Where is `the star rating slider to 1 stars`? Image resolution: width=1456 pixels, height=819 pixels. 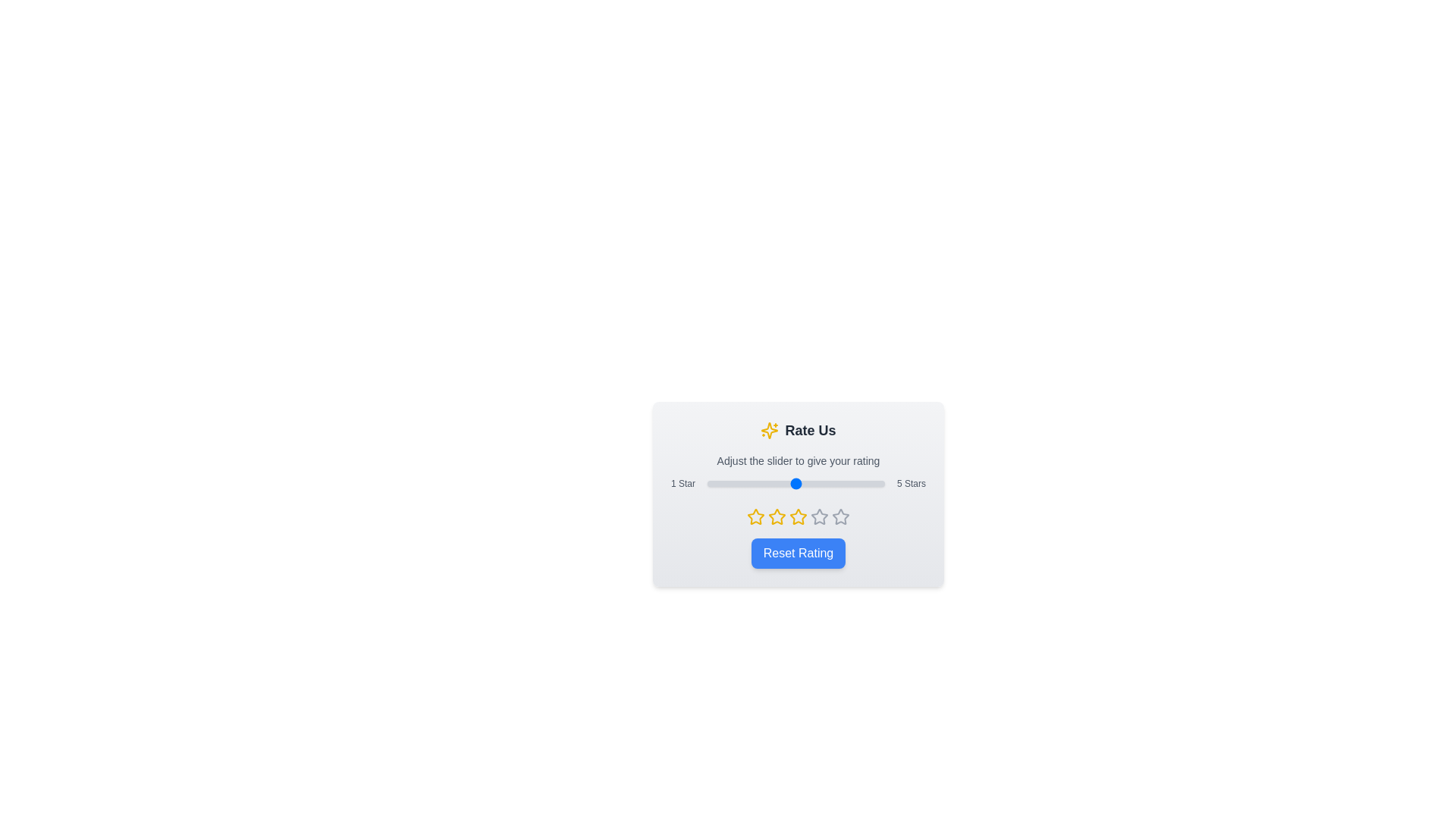
the star rating slider to 1 stars is located at coordinates (706, 483).